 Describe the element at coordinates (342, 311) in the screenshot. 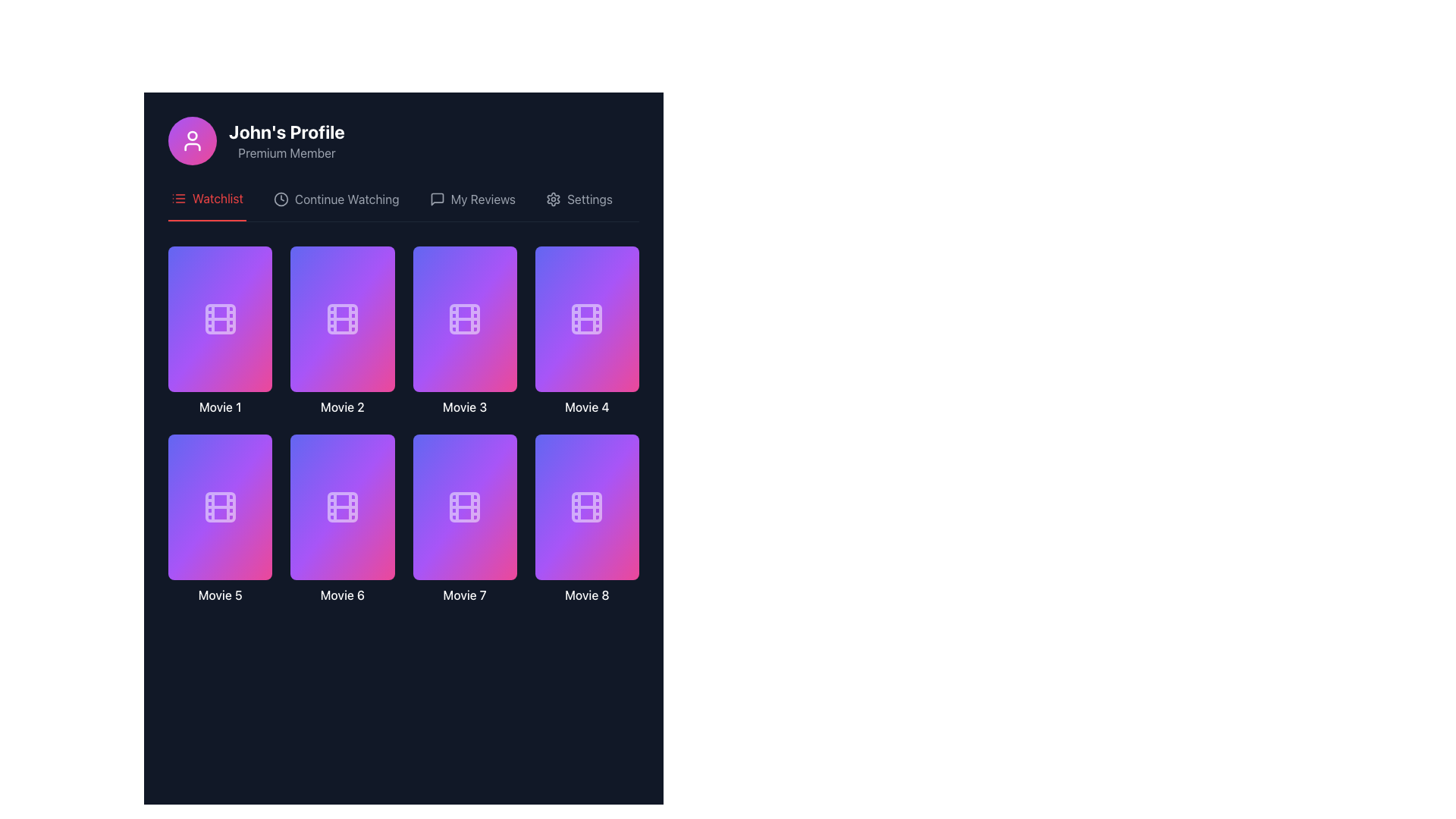

I see `the triangular-shaped 'Play' icon, which is white with a purple-pink gradient outline, centered in the second movie card representing 'Movie 2'` at that location.